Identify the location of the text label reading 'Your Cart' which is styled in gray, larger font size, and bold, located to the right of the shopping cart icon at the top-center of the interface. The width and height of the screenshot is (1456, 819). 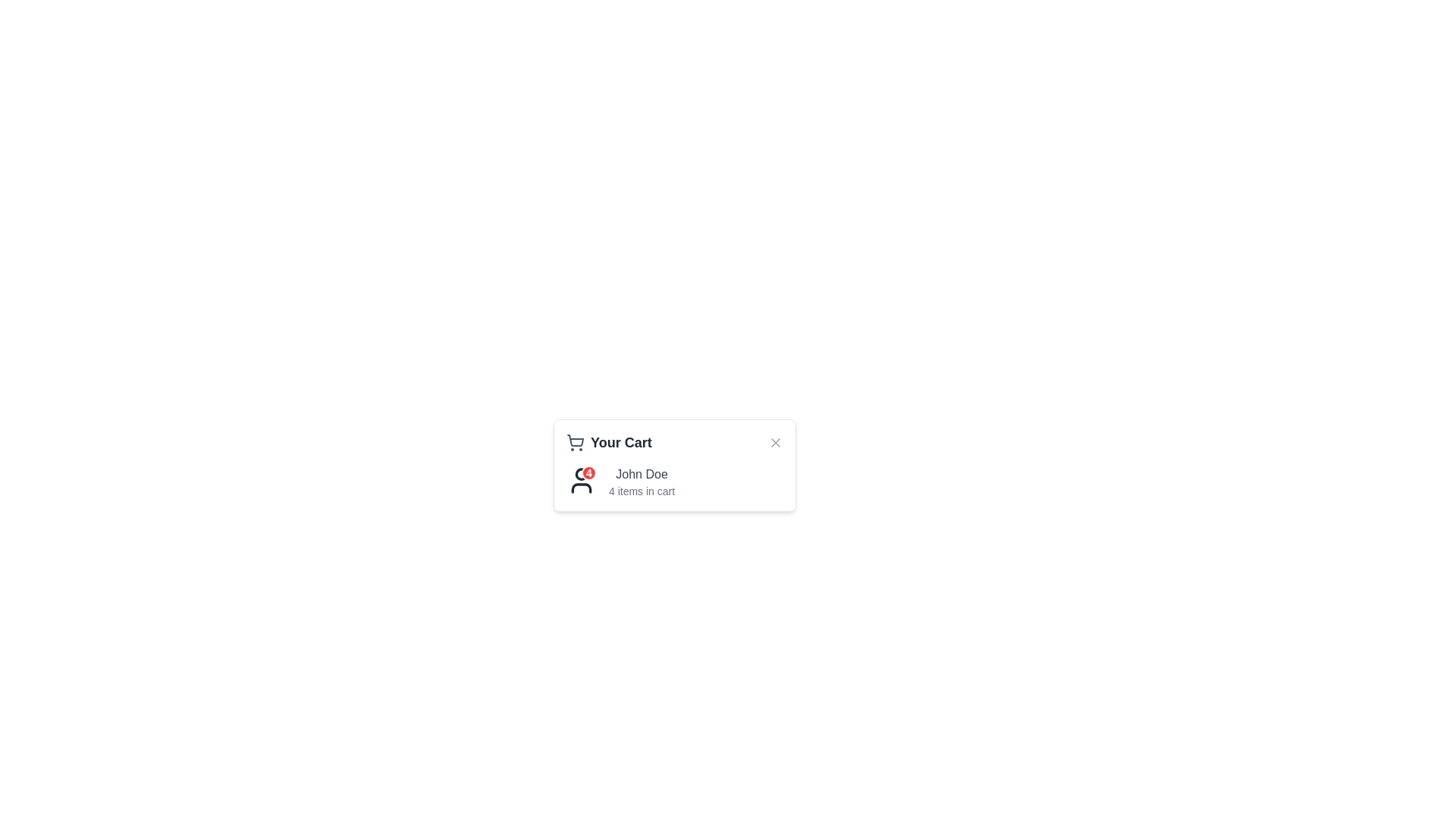
(621, 442).